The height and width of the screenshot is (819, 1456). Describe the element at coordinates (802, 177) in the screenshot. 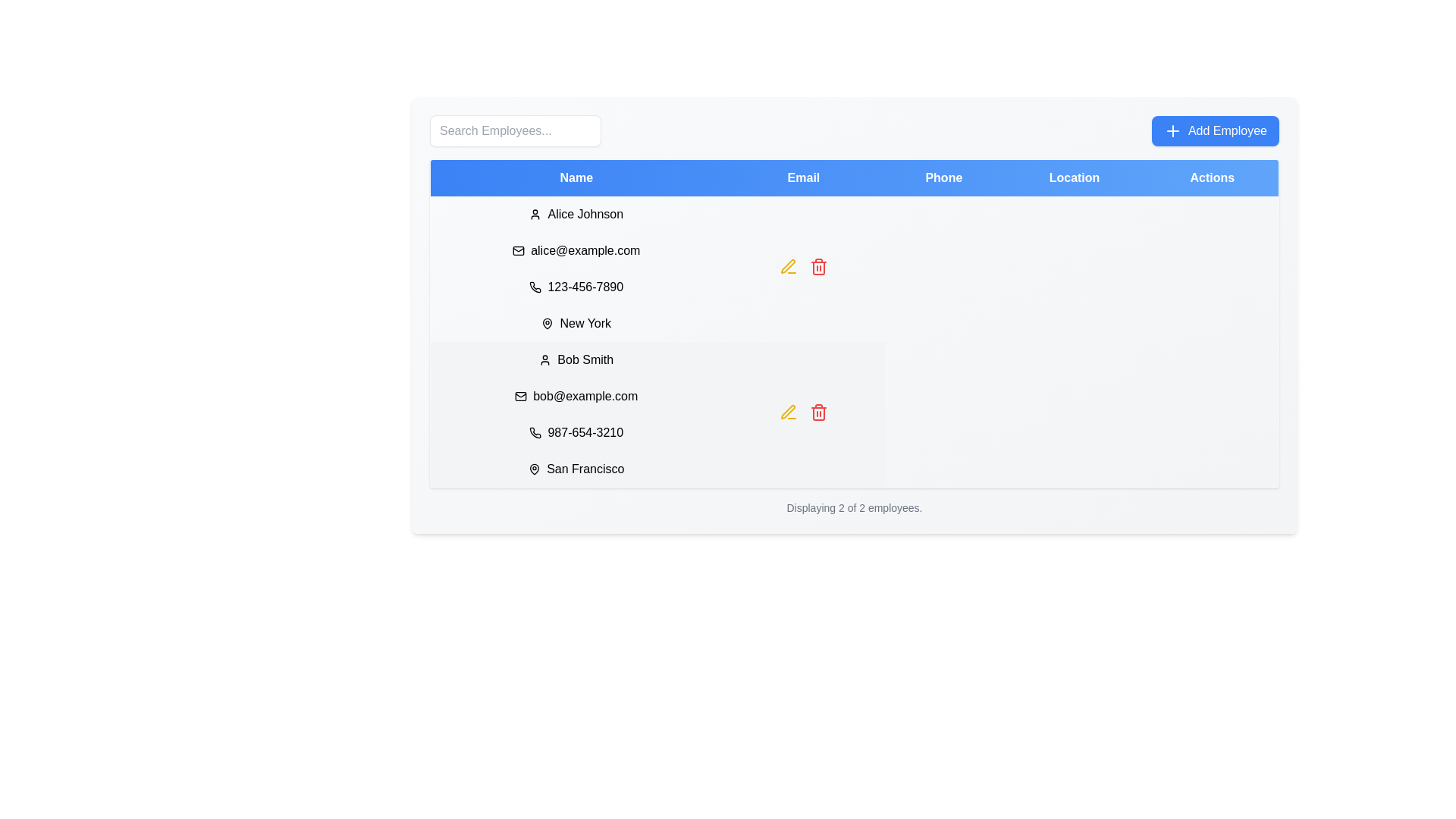

I see `the Label element with a blue background containing the text 'Email' in bold, located in the second column of the header row` at that location.